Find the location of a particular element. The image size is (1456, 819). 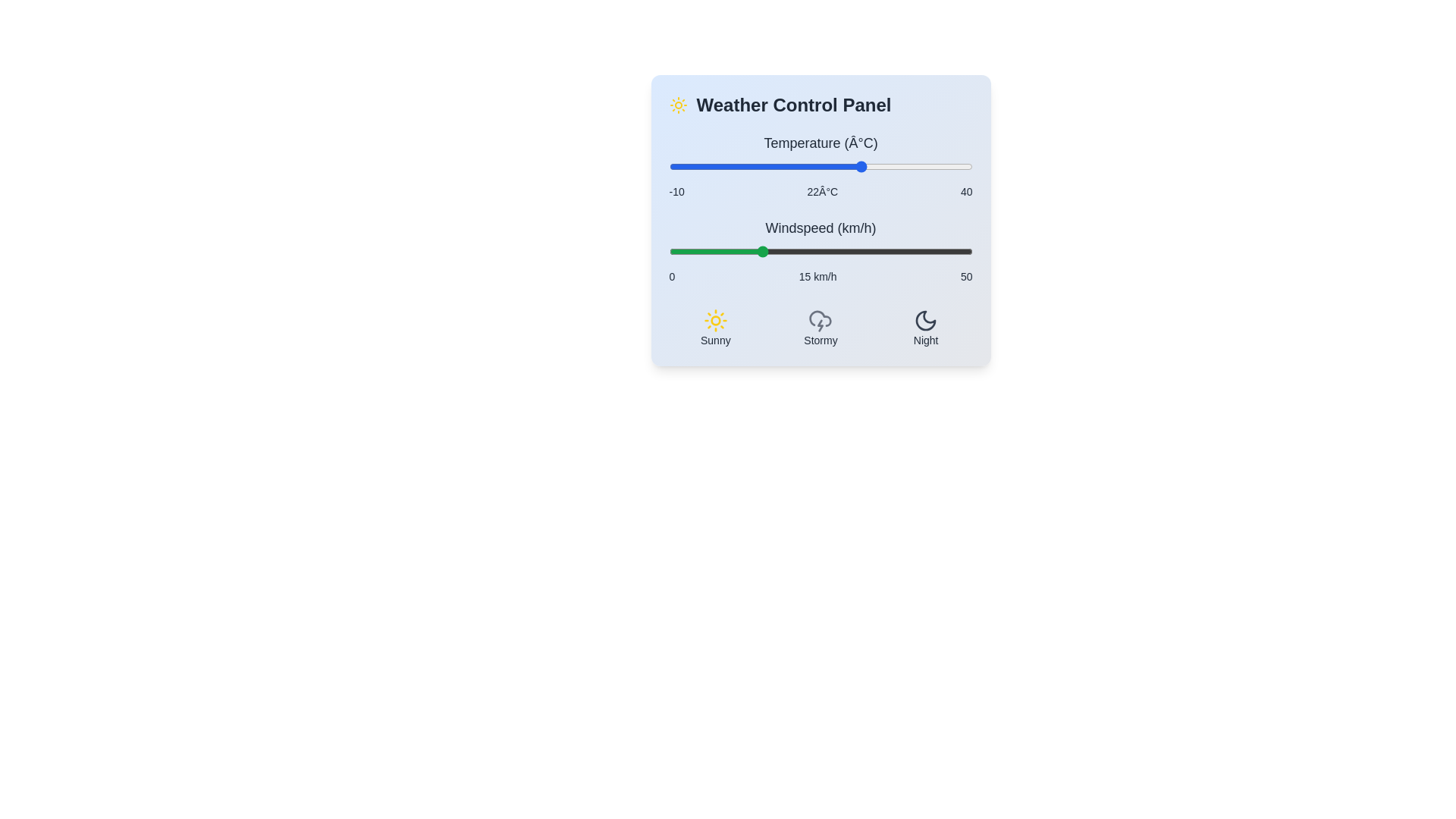

the sunny weather indicator icon, which is a static graphical representation located at the top center of the interface, indicating sunny weather is located at coordinates (714, 320).